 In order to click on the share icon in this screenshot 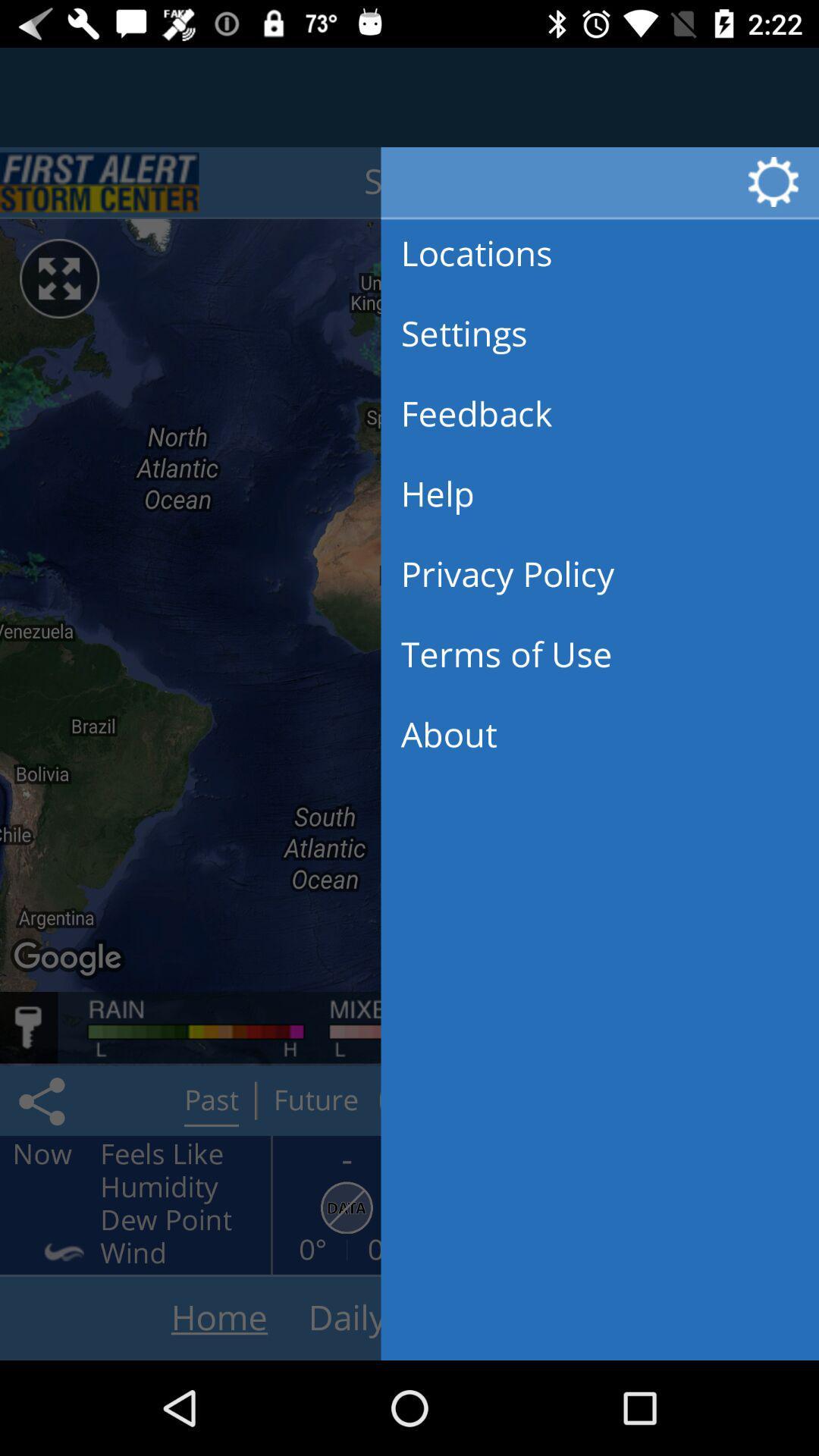, I will do `click(44, 1100)`.